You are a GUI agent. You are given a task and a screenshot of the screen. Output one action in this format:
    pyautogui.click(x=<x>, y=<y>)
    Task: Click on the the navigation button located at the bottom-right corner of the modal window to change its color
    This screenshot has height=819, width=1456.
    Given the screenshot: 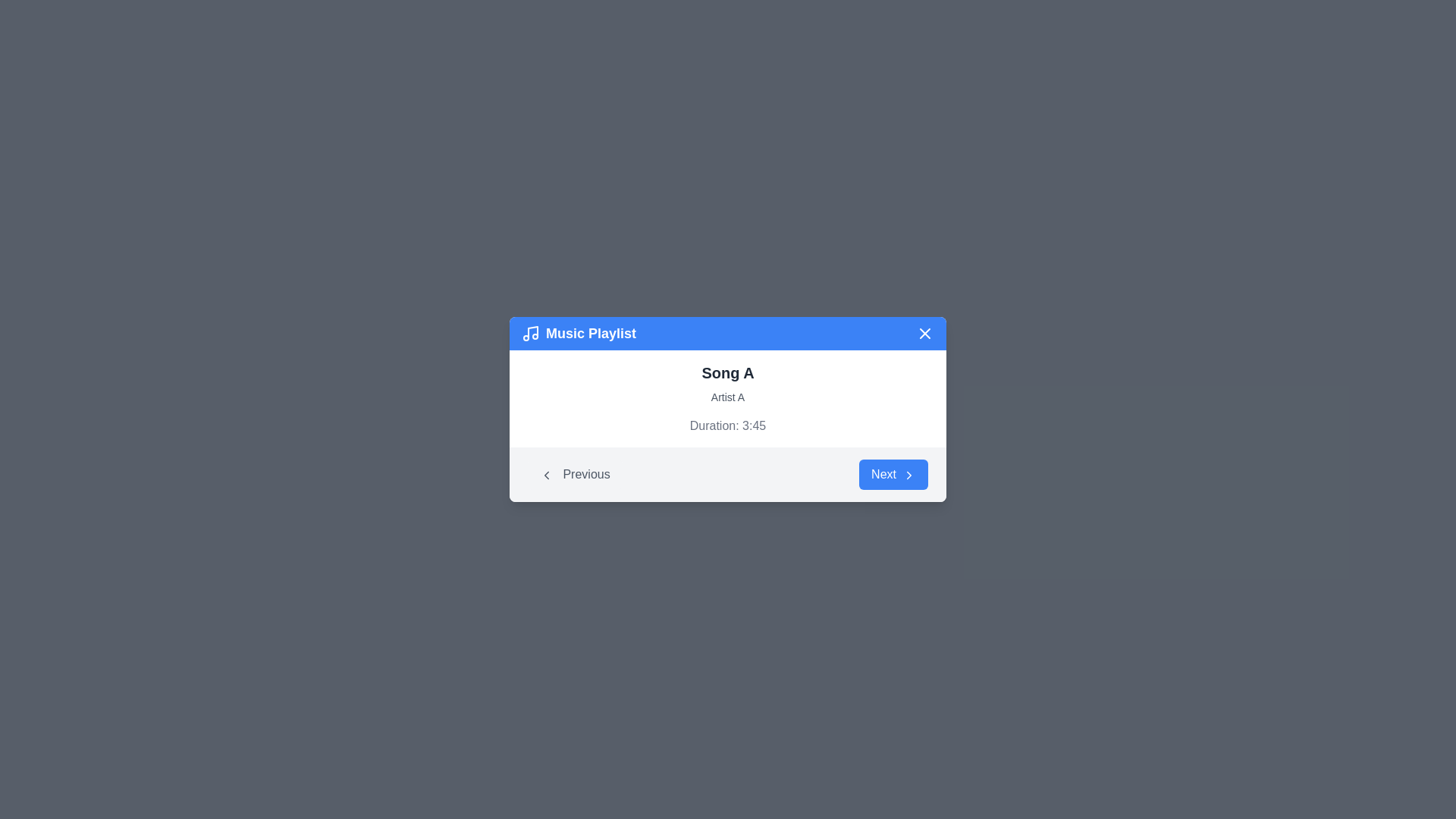 What is the action you would take?
    pyautogui.click(x=893, y=473)
    